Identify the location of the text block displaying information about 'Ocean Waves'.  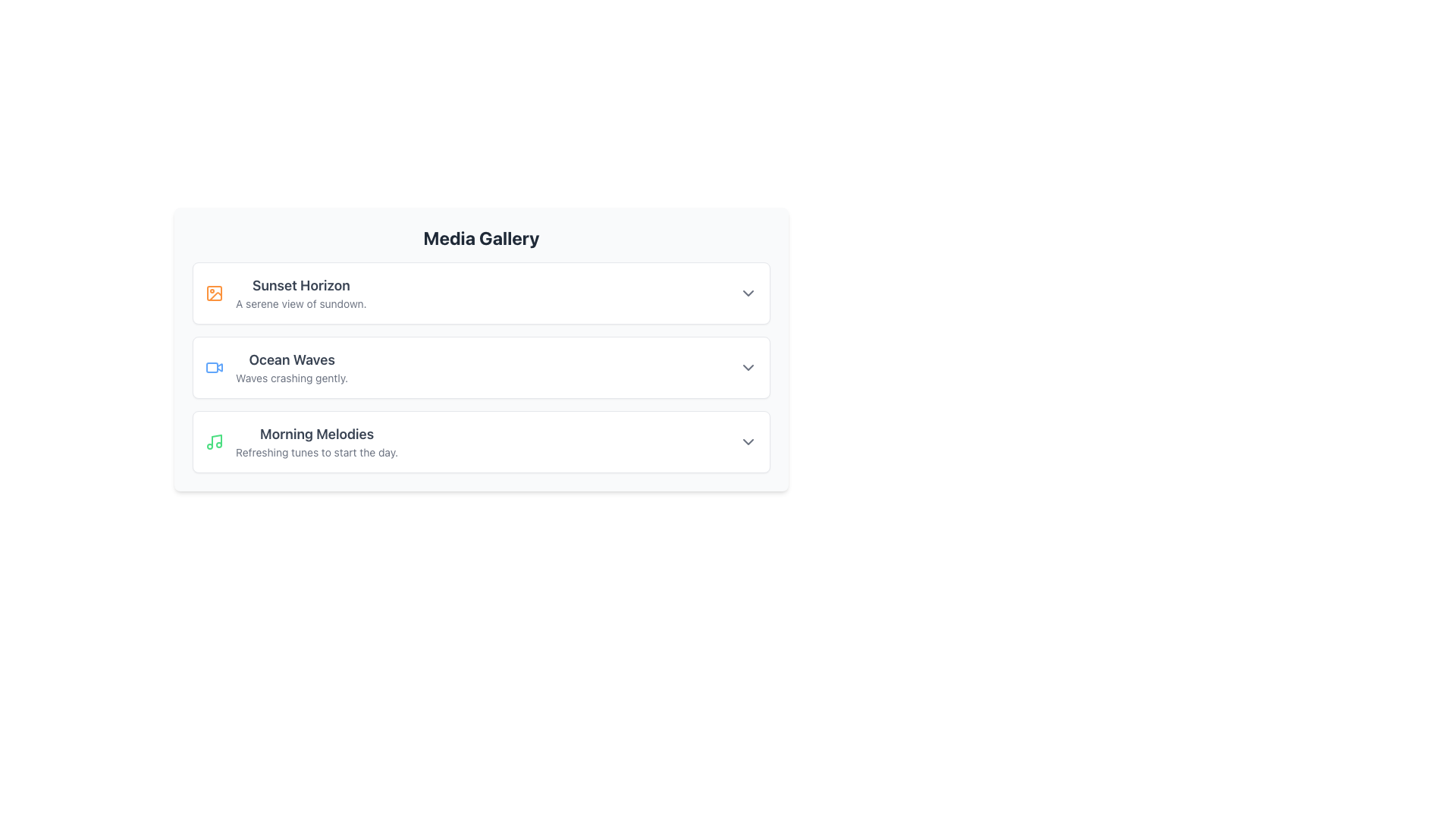
(292, 368).